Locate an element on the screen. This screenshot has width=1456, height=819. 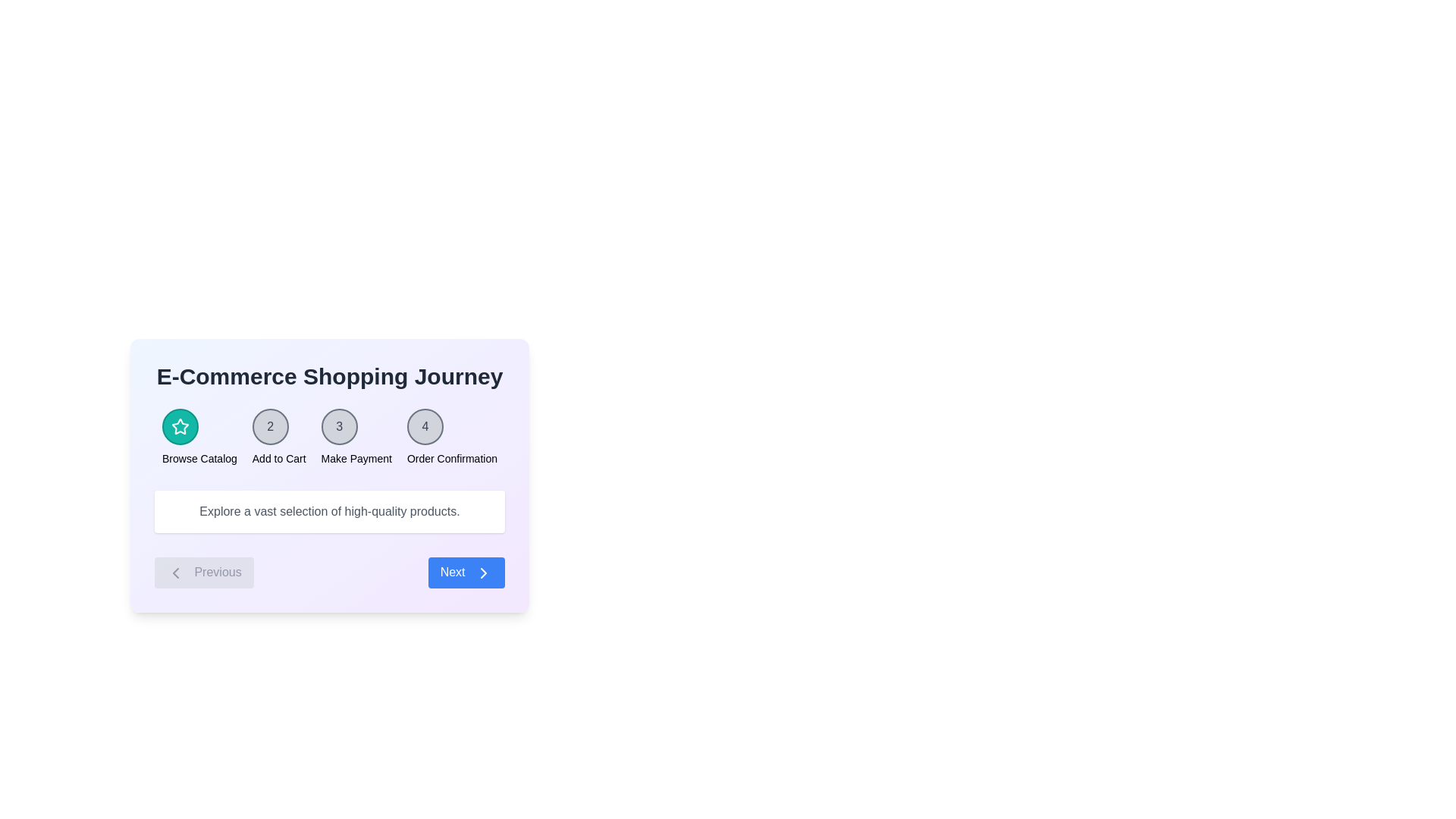
the step indicator for the e-commerce shopping journey is located at coordinates (329, 438).